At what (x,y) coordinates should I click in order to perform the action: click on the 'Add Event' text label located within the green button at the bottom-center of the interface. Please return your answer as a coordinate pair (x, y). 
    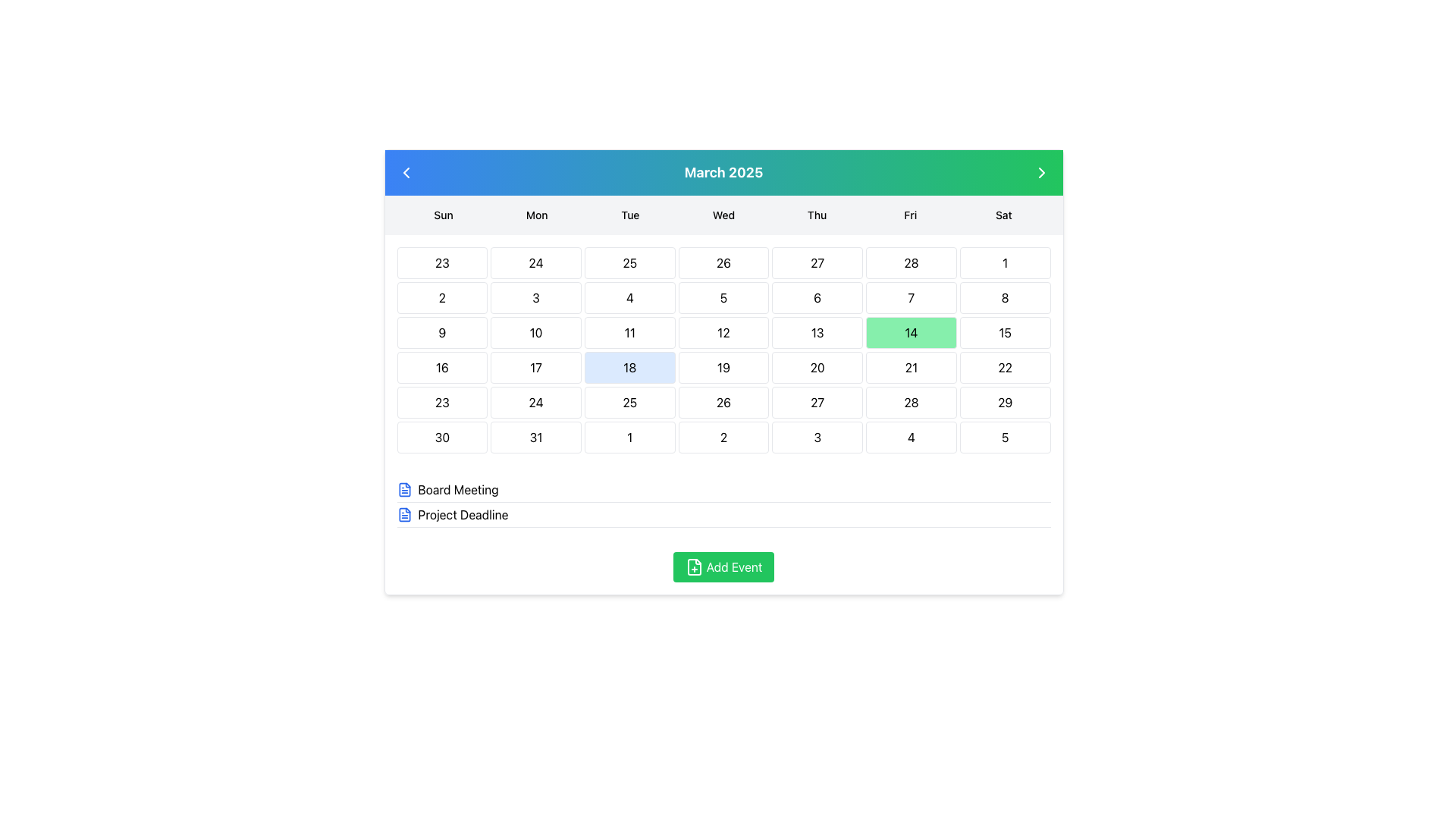
    Looking at the image, I should click on (734, 567).